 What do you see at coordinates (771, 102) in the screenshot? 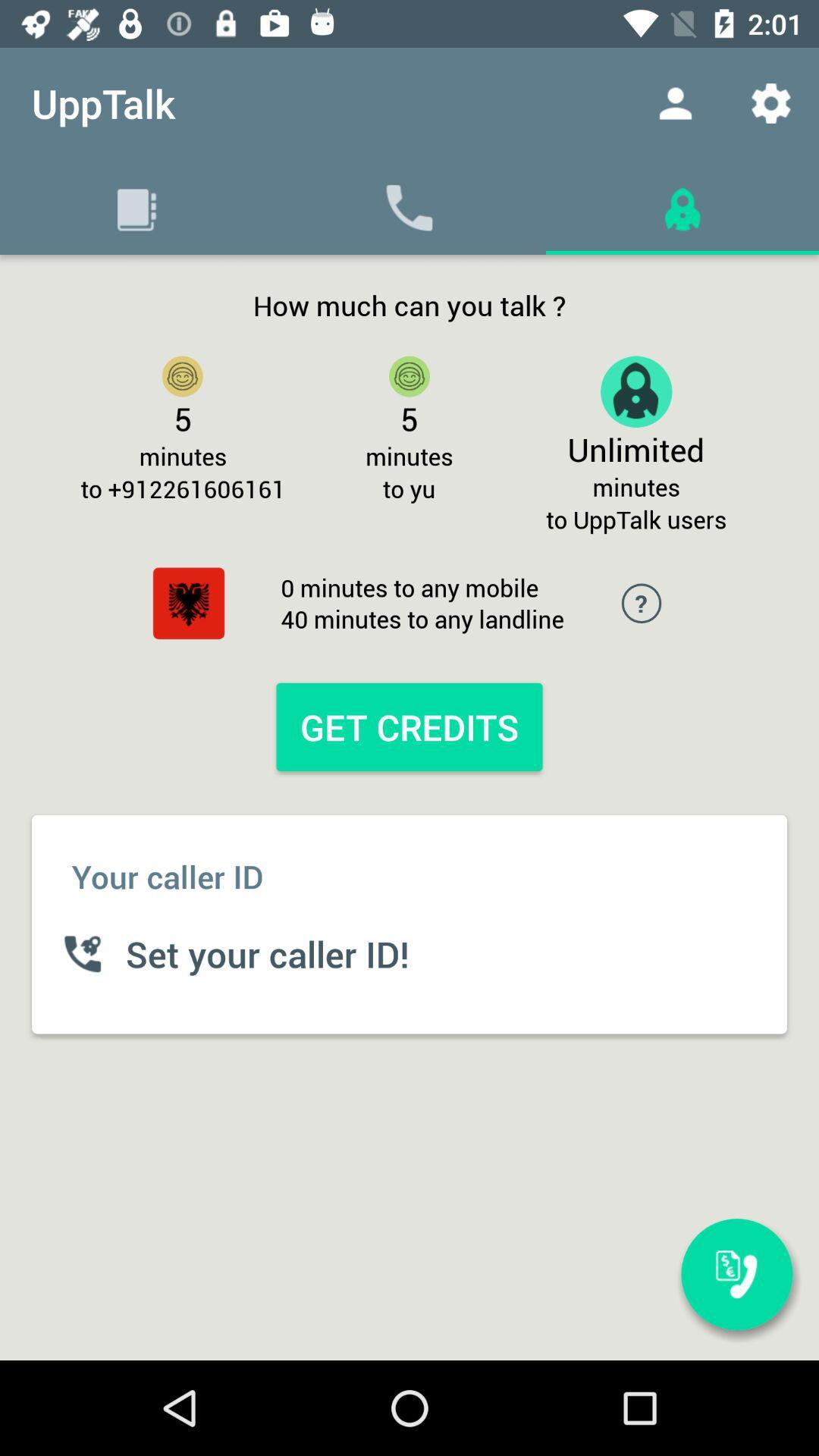
I see `icon above the to upptalk users icon` at bounding box center [771, 102].